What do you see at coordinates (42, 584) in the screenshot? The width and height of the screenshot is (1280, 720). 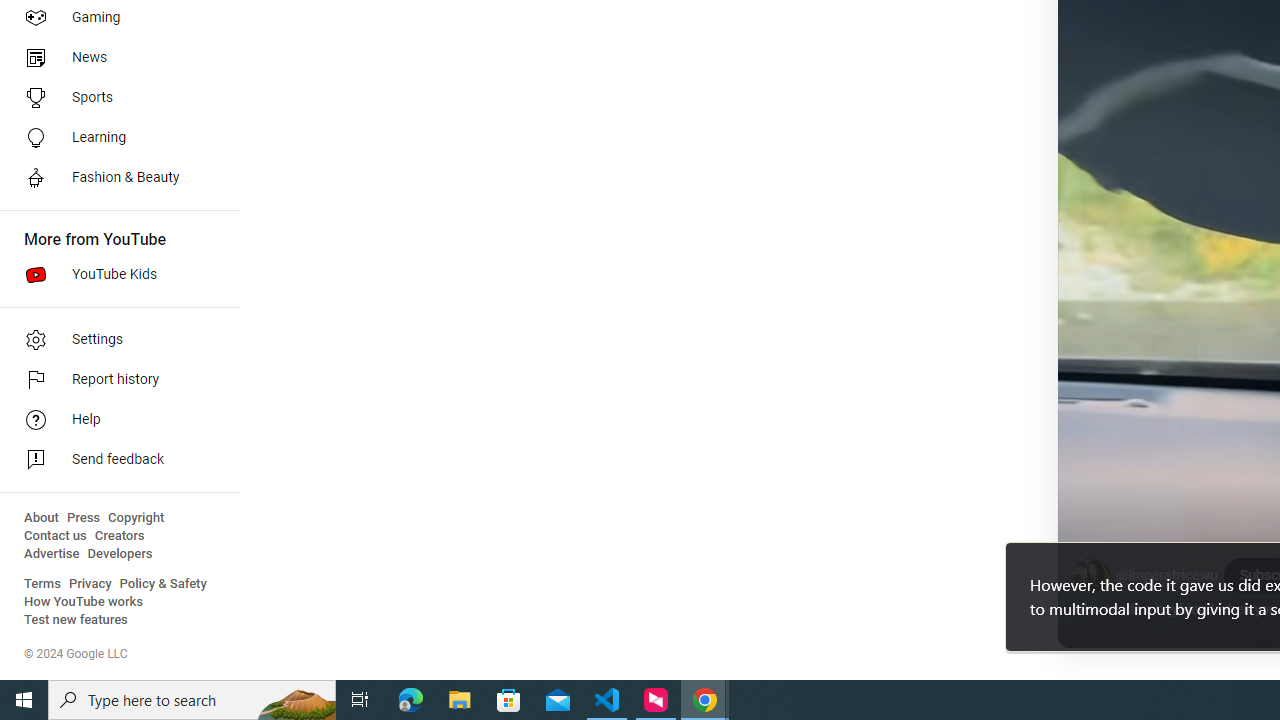 I see `'Terms'` at bounding box center [42, 584].